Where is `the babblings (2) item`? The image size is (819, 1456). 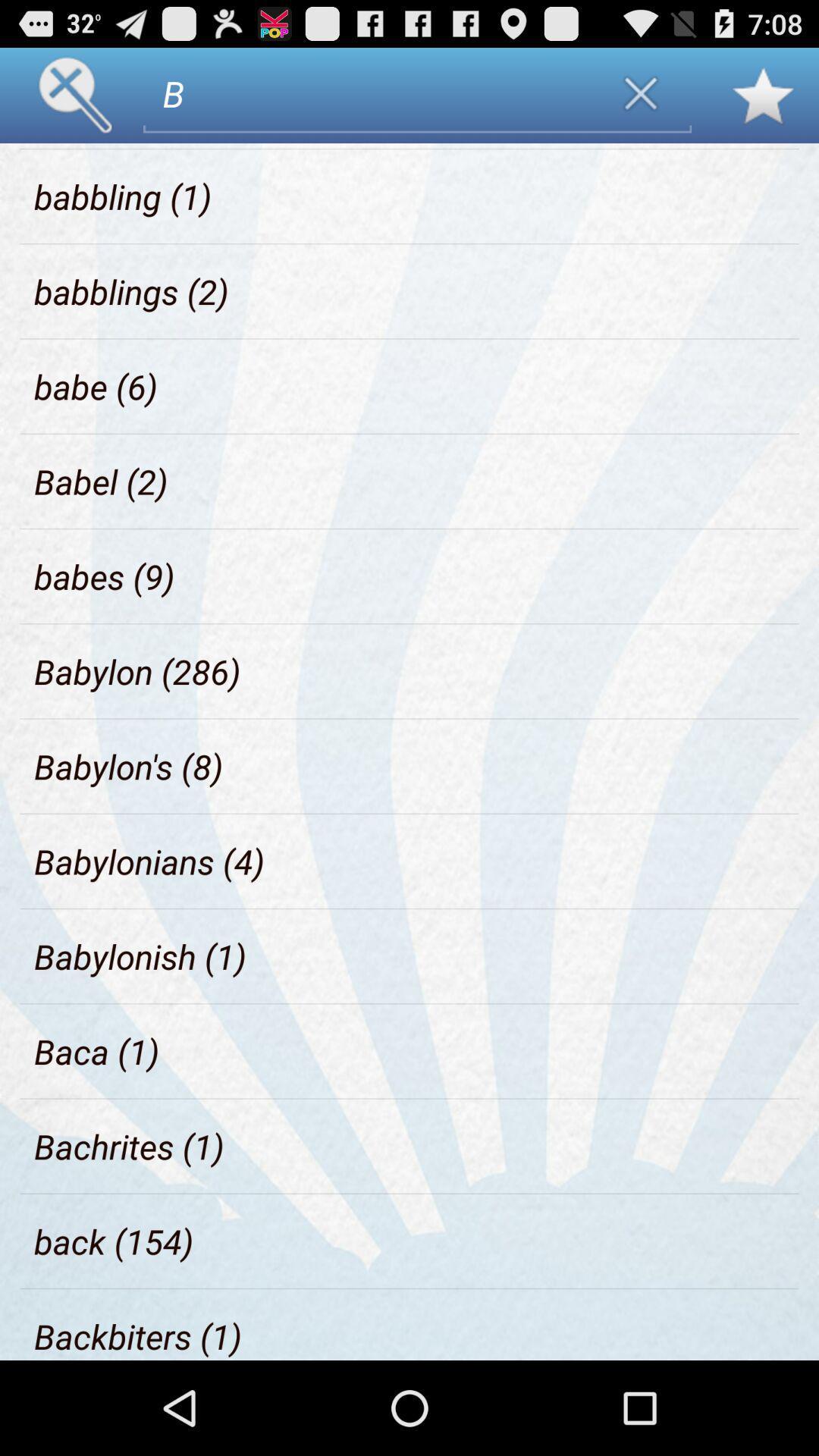
the babblings (2) item is located at coordinates (130, 291).